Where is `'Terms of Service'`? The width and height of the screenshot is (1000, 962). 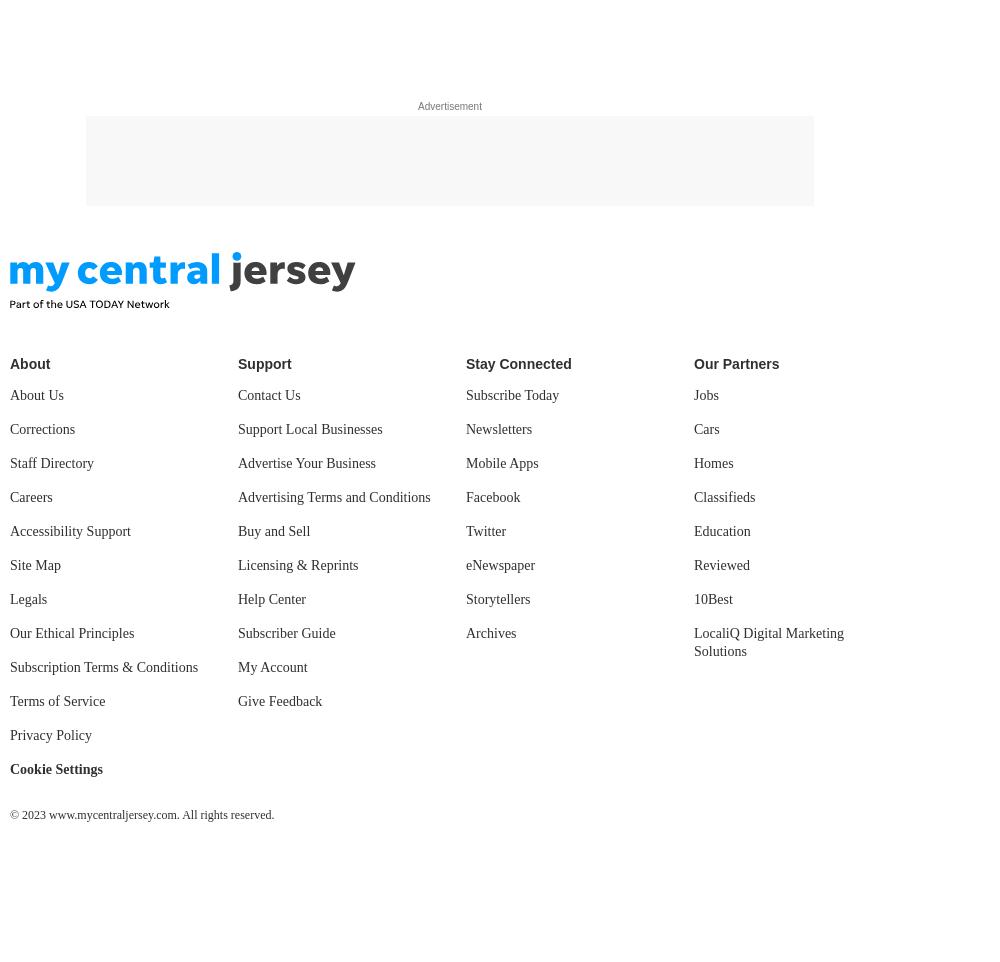 'Terms of Service' is located at coordinates (57, 700).